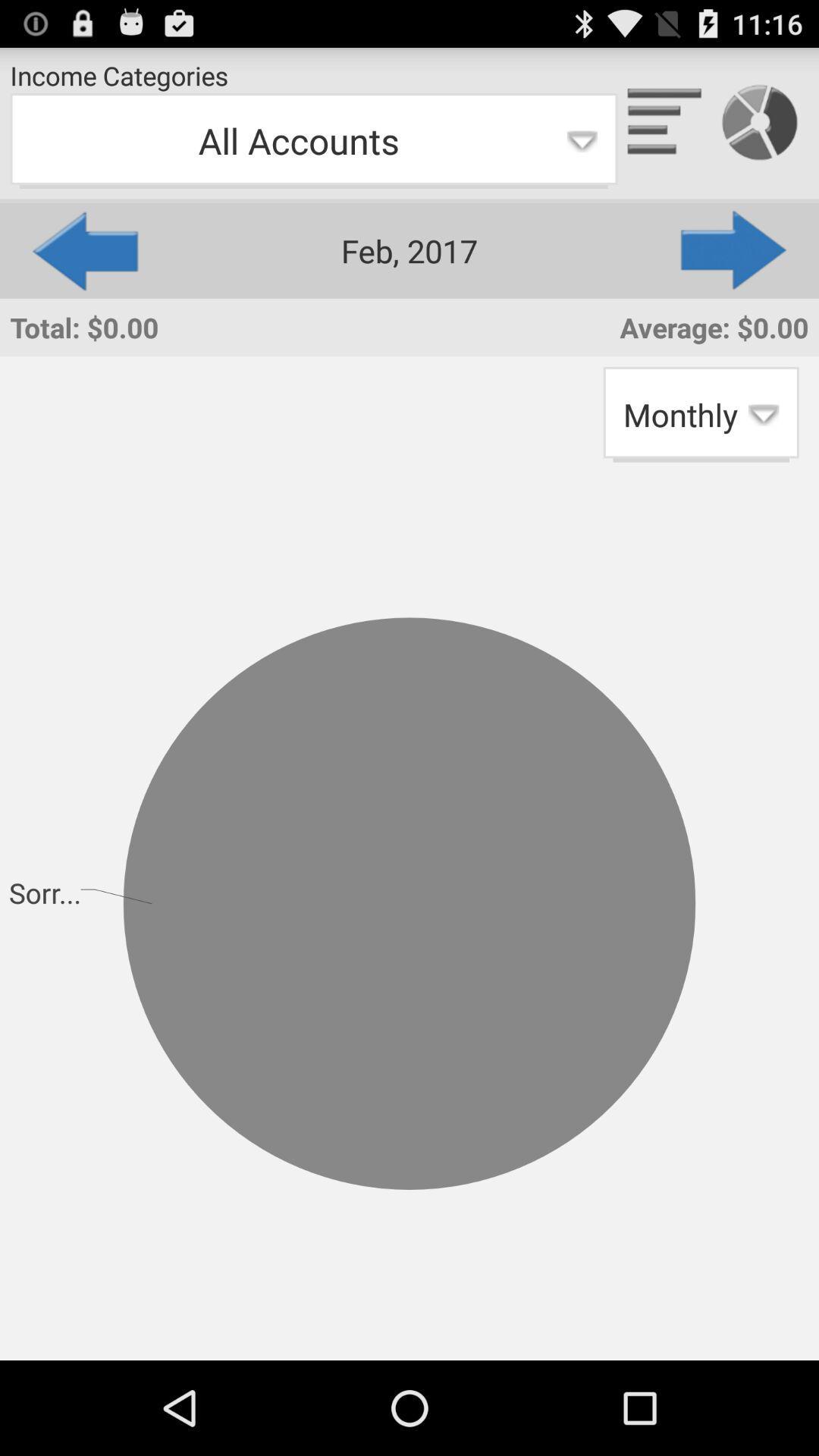 The image size is (819, 1456). Describe the element at coordinates (734, 250) in the screenshot. I see `the button to the right of the all accounts icon` at that location.